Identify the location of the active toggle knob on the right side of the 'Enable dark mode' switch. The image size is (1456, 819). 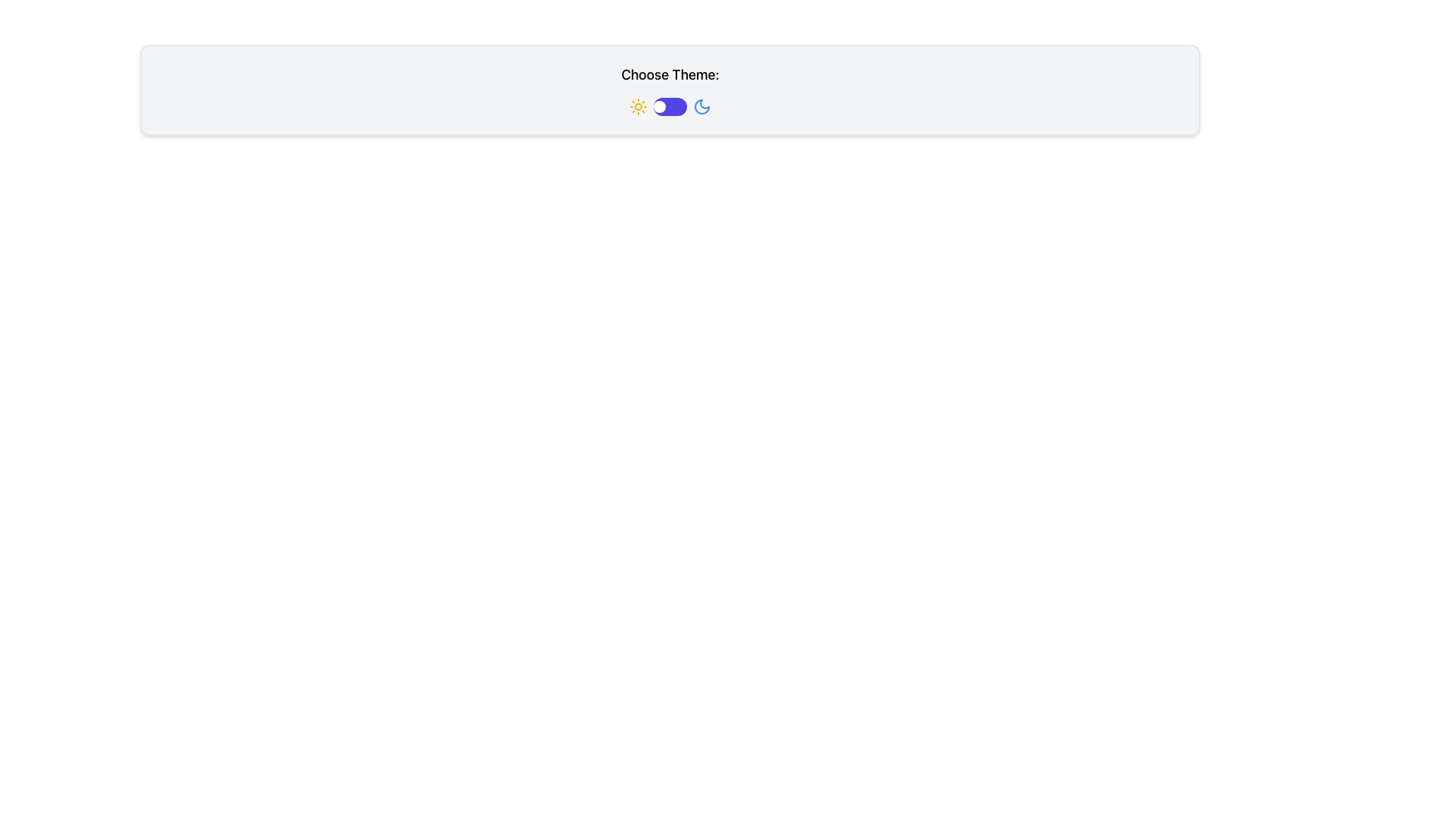
(659, 106).